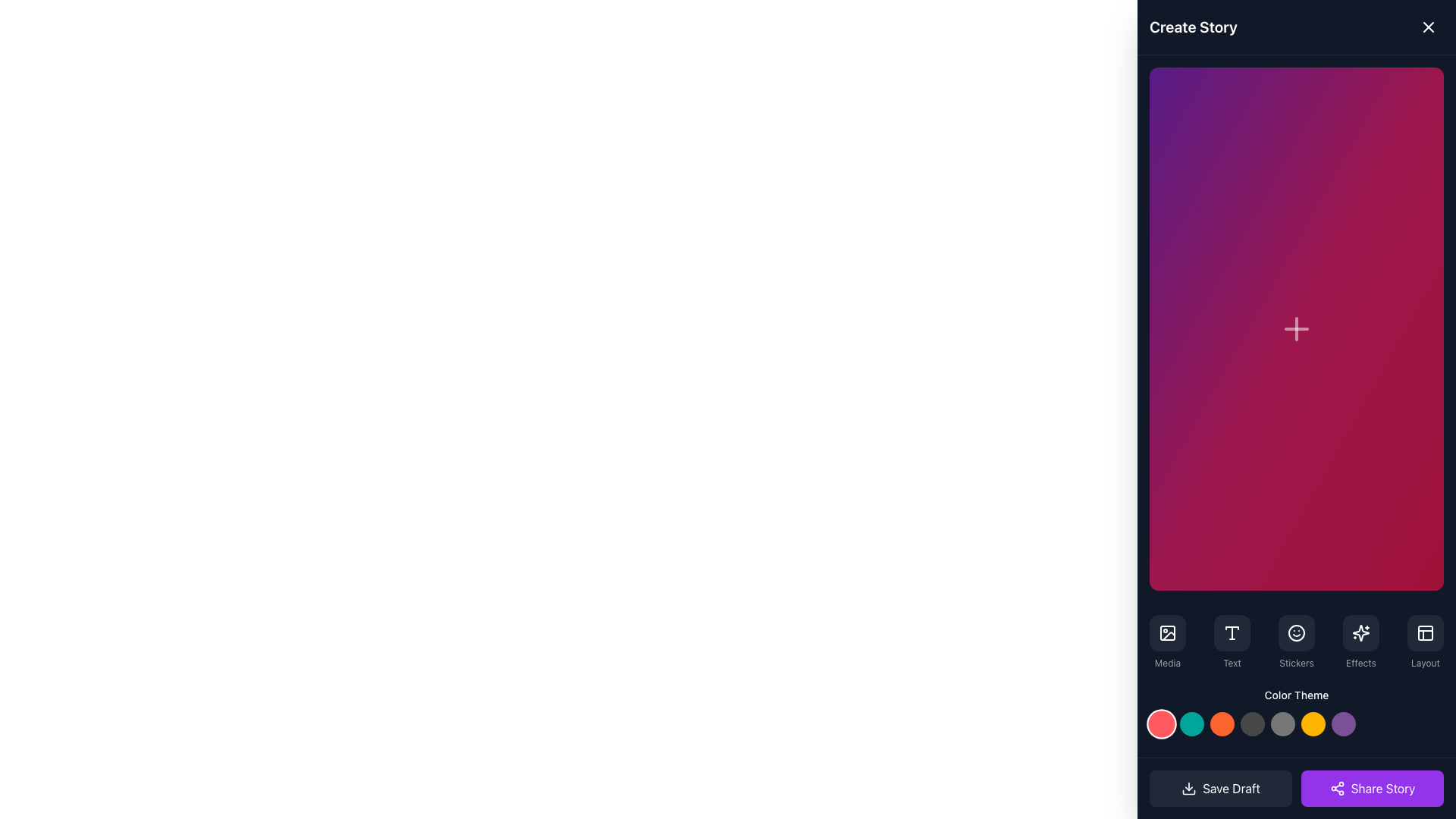 The height and width of the screenshot is (819, 1456). I want to click on the star burst icon located in the 'Effects' section, so click(1361, 632).